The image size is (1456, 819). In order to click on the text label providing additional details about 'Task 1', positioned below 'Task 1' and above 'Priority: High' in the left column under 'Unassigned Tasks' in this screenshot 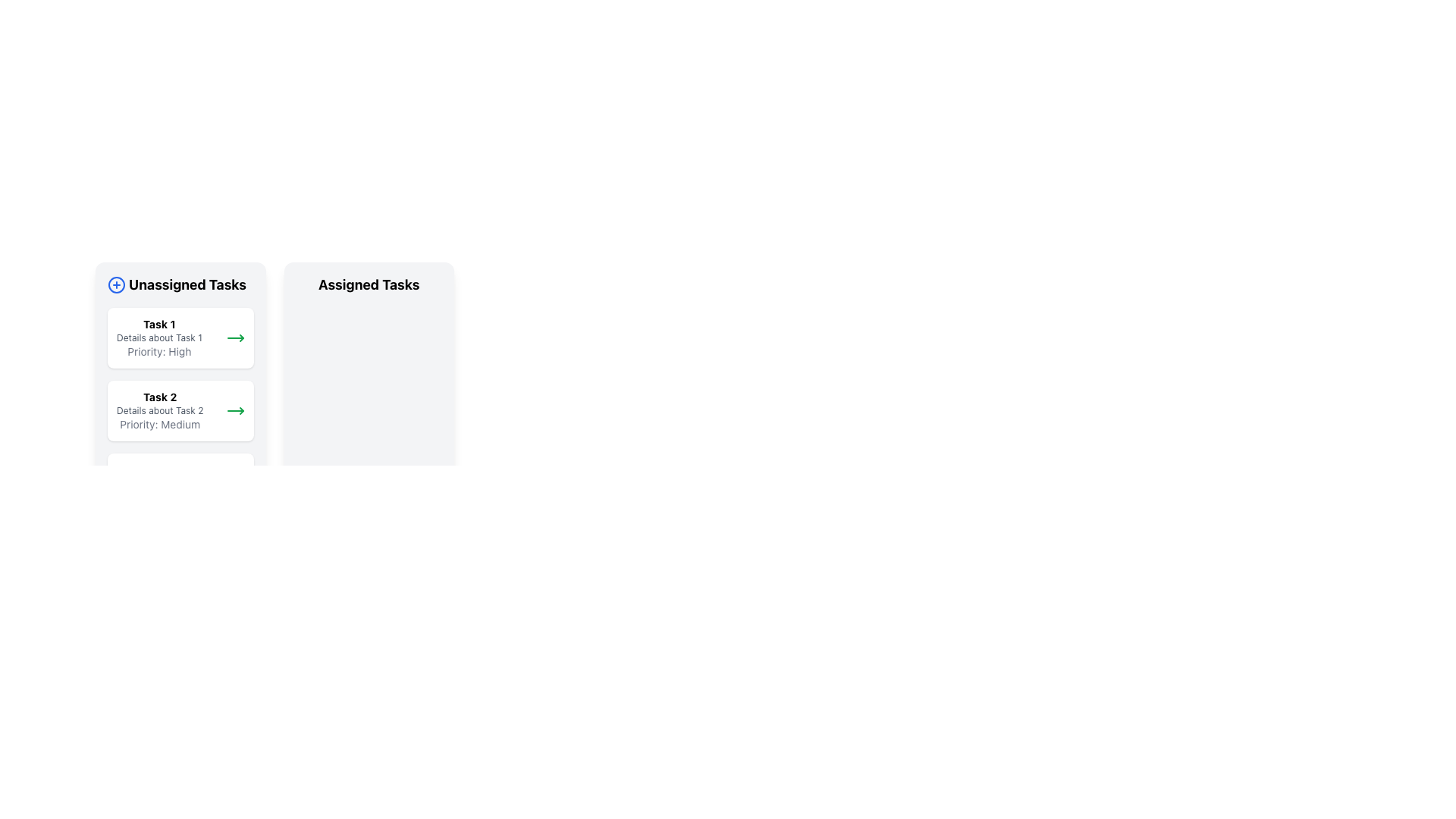, I will do `click(159, 337)`.